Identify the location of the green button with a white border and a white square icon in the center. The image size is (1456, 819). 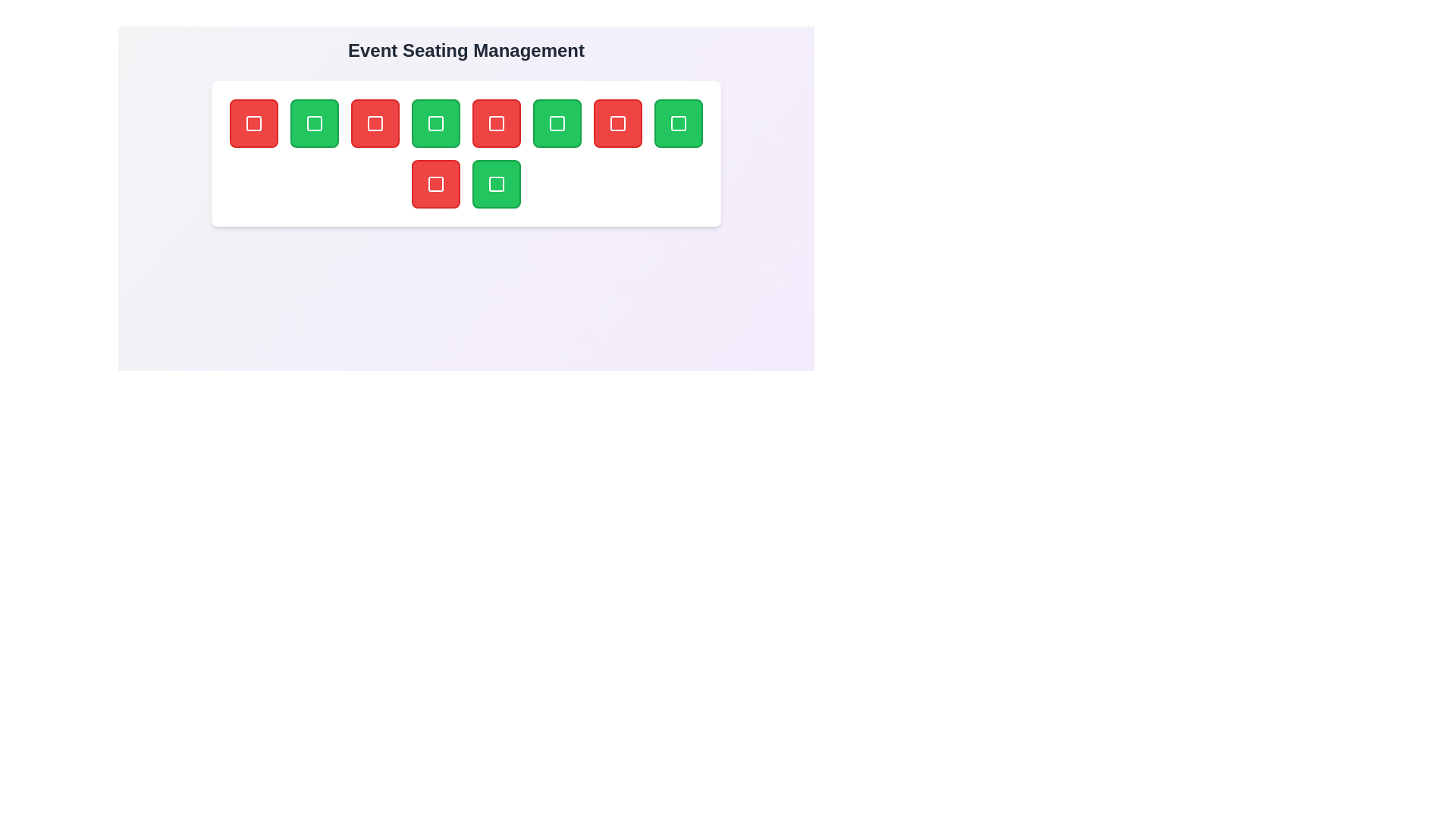
(677, 122).